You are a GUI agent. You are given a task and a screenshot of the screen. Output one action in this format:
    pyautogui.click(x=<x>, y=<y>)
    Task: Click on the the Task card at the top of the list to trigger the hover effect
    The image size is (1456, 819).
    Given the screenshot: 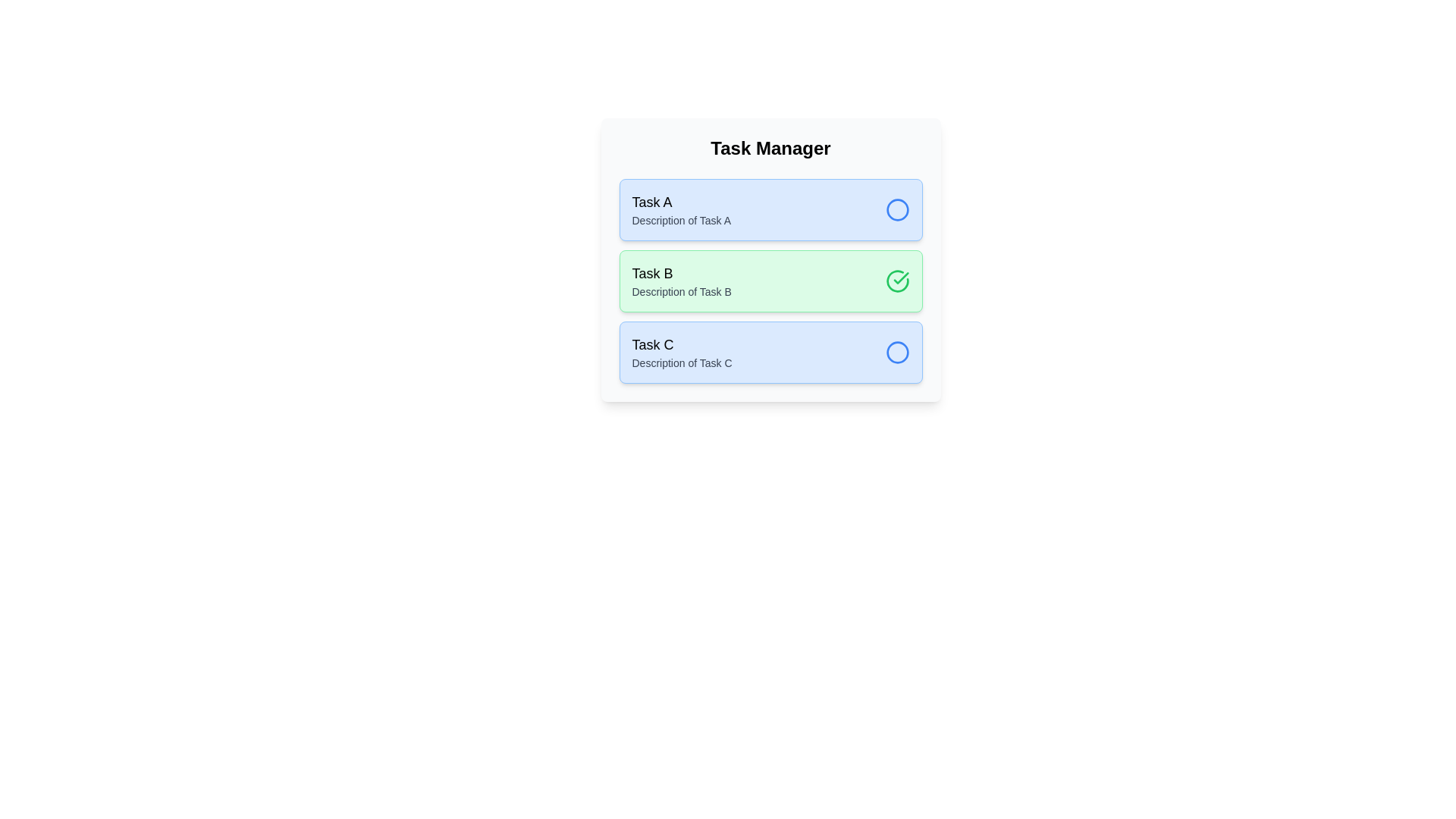 What is the action you would take?
    pyautogui.click(x=770, y=210)
    